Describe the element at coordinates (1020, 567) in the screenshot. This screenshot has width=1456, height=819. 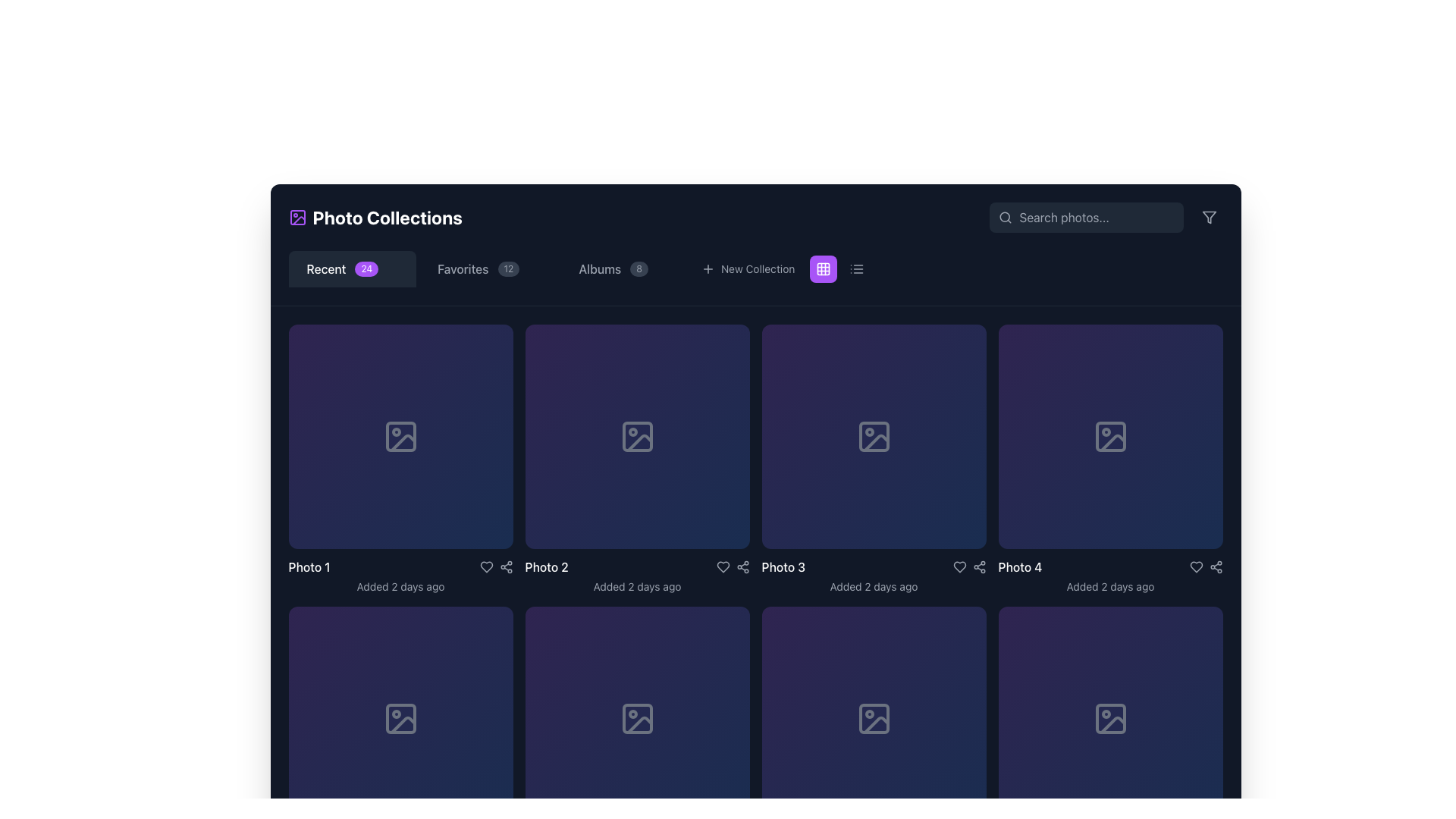
I see `the text label that displays 'Photo 4' in a gallery layout, positioned below the placeholder image and above the metadata text 'Added 2 days ago'` at that location.